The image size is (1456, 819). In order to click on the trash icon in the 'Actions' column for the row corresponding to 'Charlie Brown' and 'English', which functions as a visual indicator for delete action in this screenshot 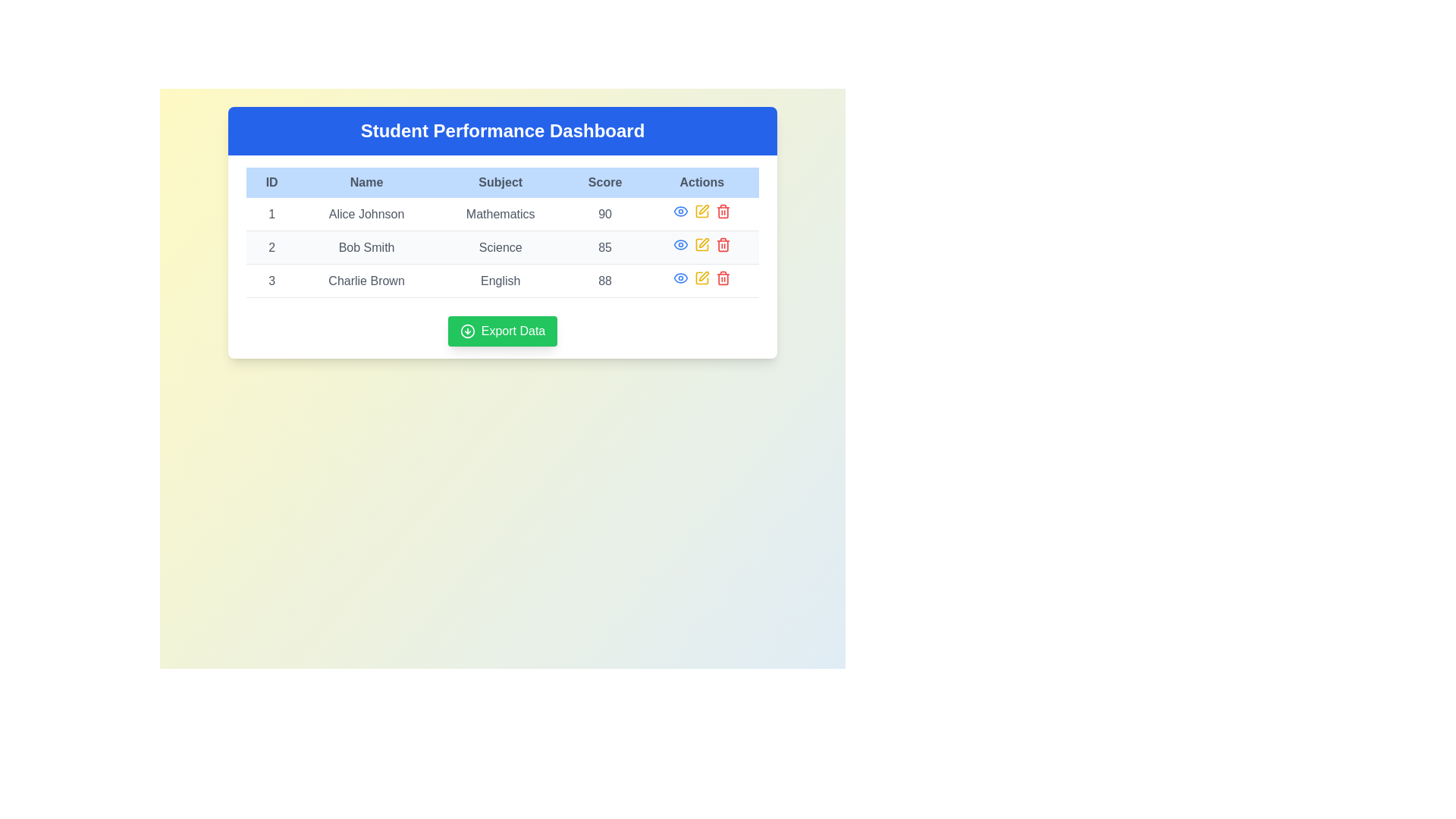, I will do `click(722, 279)`.